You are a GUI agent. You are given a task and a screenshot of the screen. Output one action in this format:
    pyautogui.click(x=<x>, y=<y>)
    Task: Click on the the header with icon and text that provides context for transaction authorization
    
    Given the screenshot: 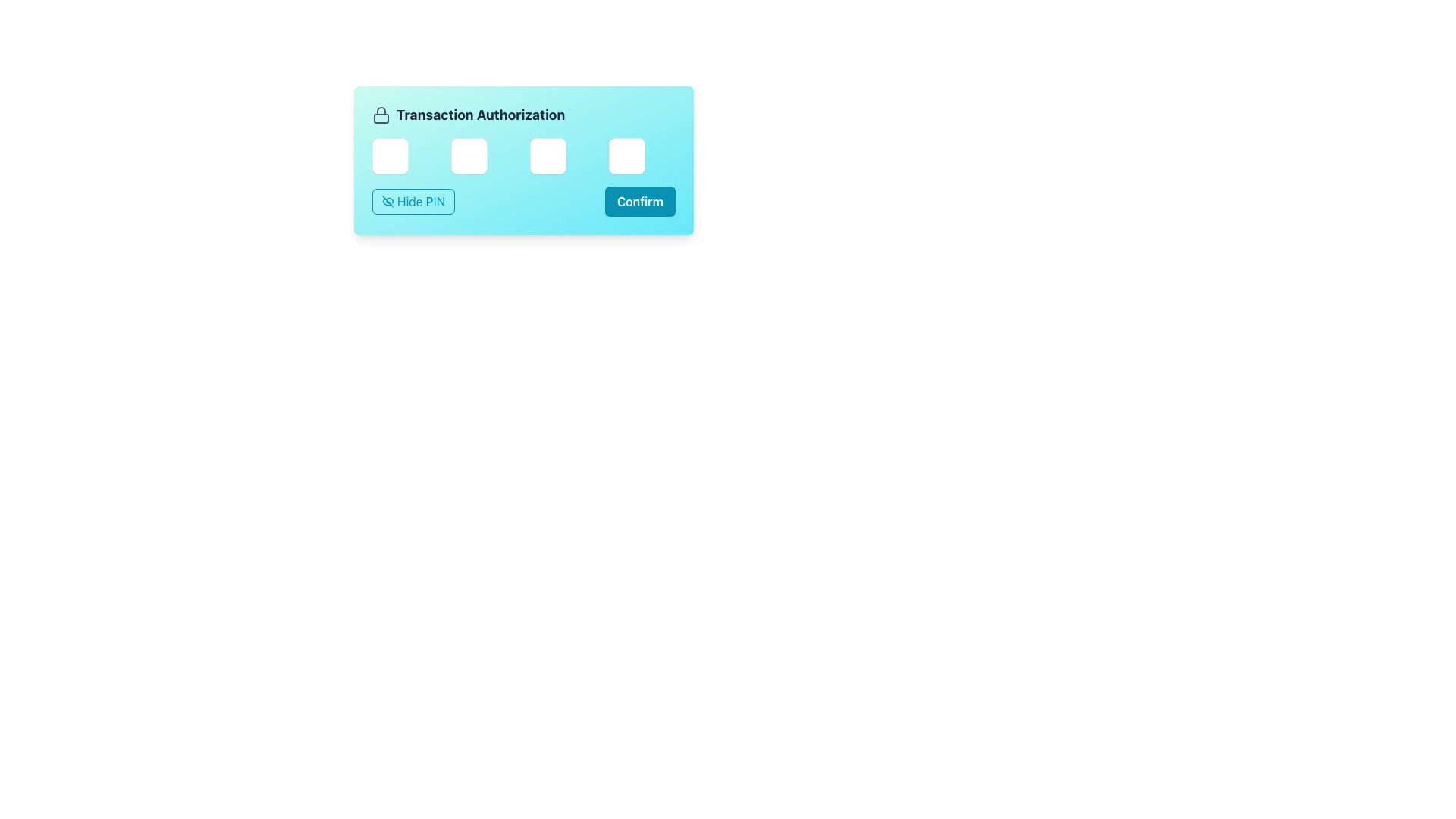 What is the action you would take?
    pyautogui.click(x=524, y=114)
    